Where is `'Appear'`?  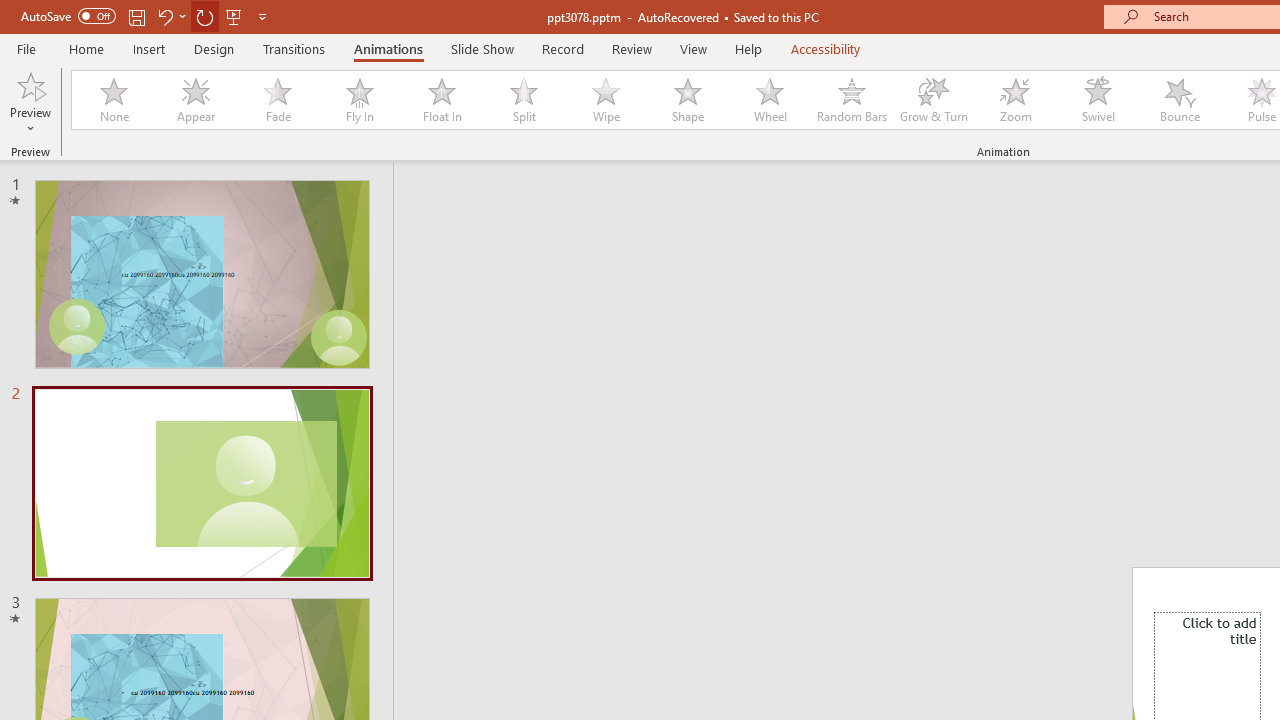 'Appear' is located at coordinates (195, 100).